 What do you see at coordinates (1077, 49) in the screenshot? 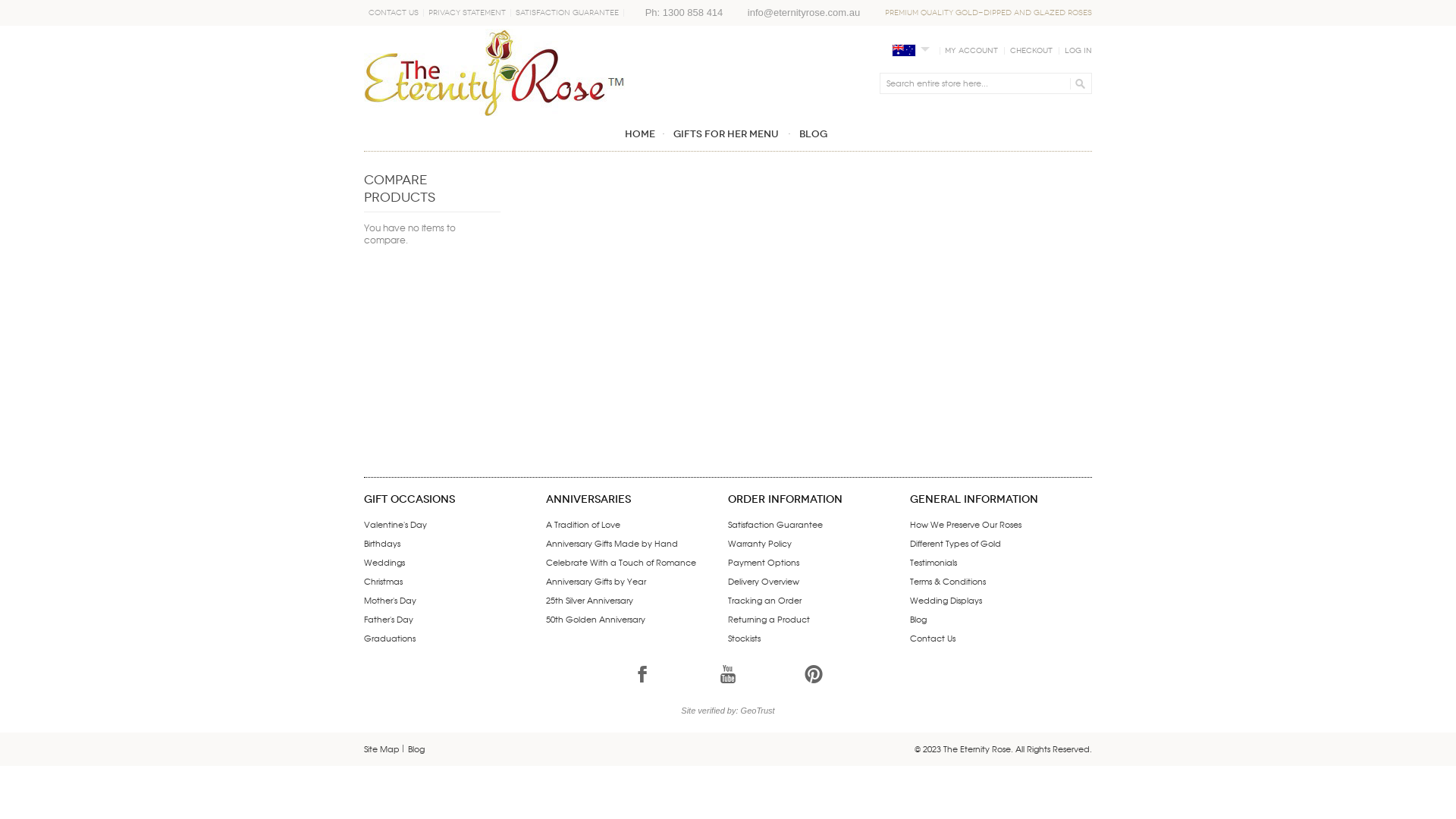
I see `'Log In'` at bounding box center [1077, 49].